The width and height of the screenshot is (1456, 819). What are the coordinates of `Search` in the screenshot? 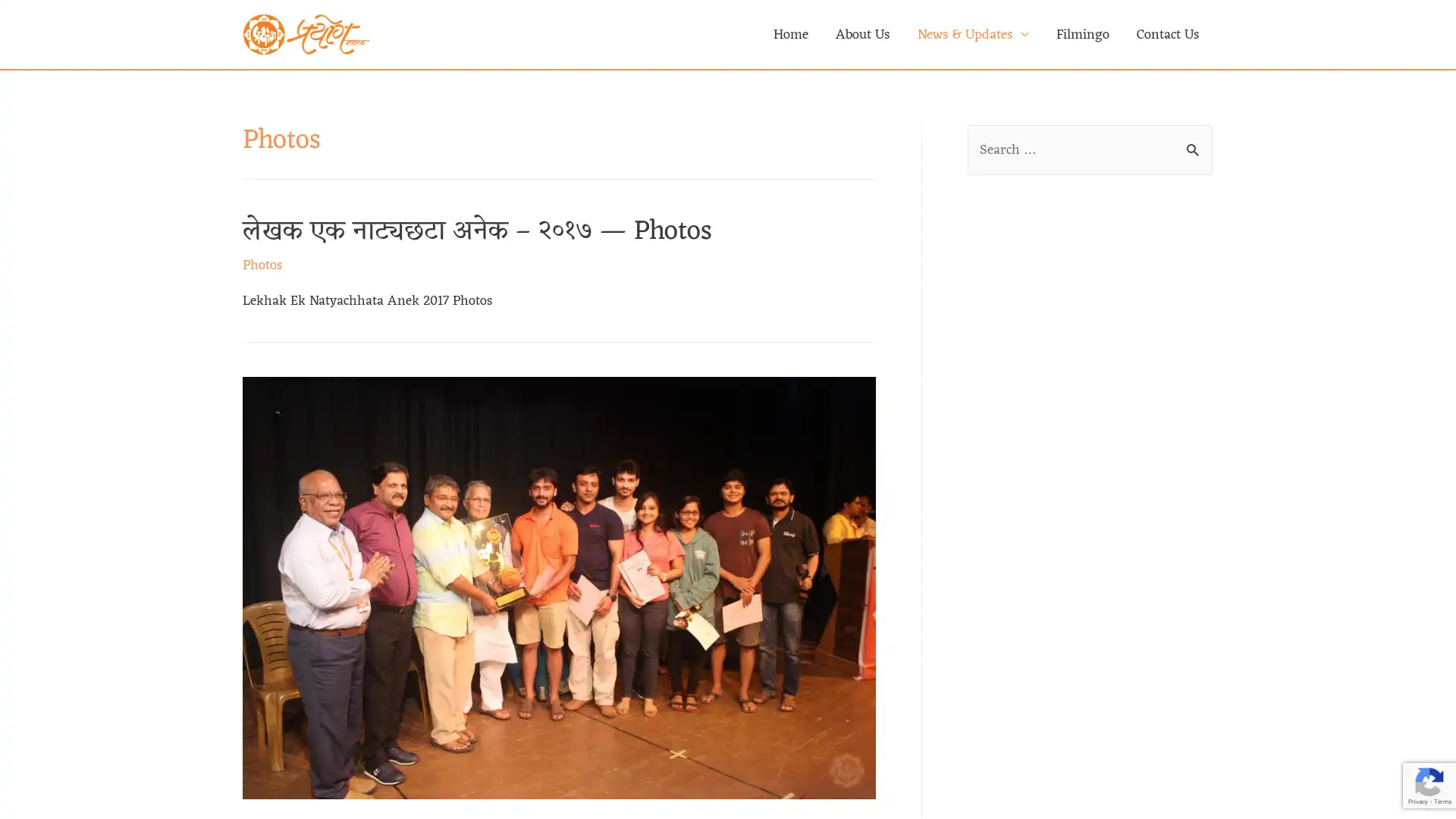 It's located at (1194, 141).